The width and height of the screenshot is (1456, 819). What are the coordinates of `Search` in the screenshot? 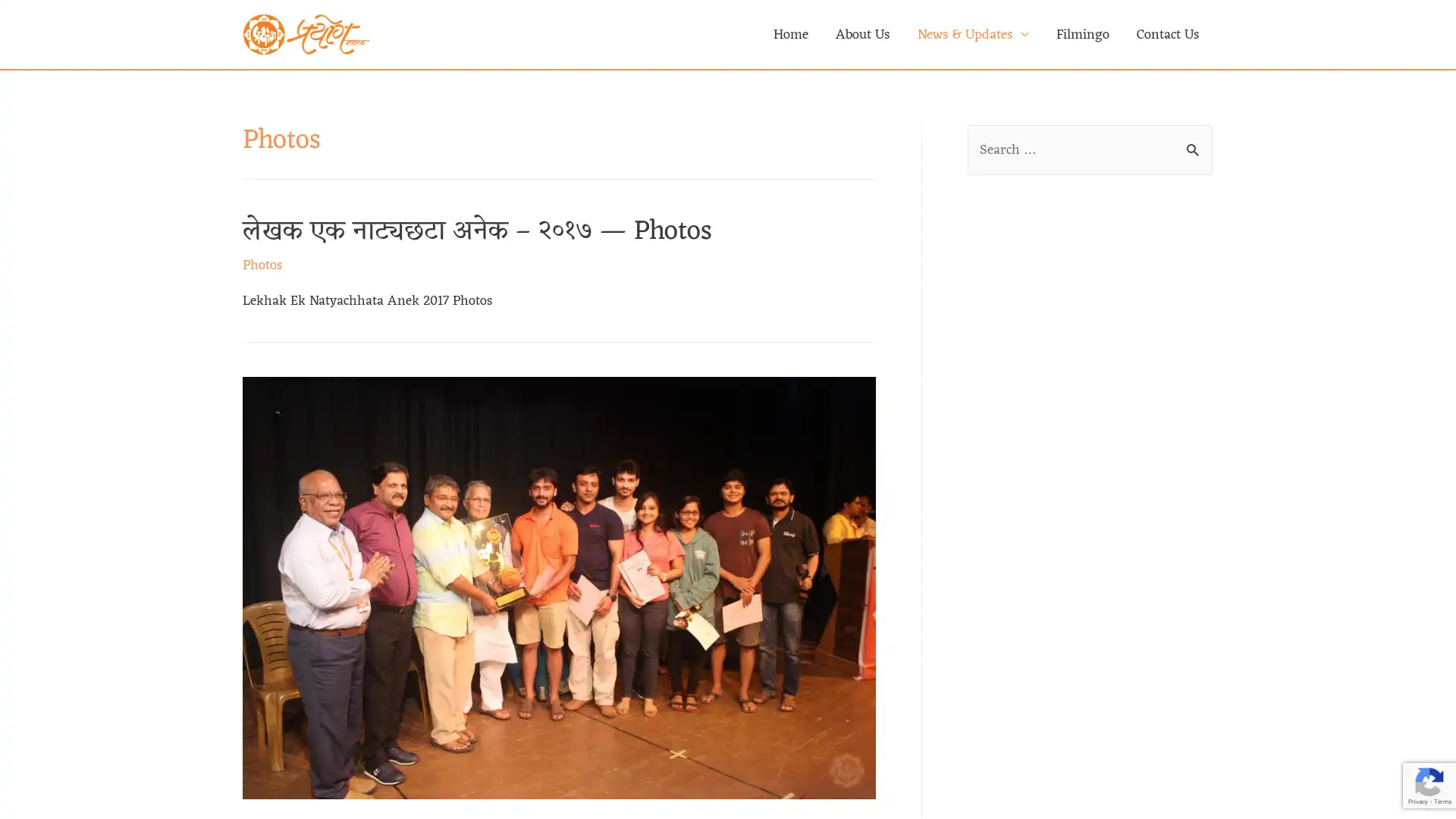 It's located at (1194, 141).